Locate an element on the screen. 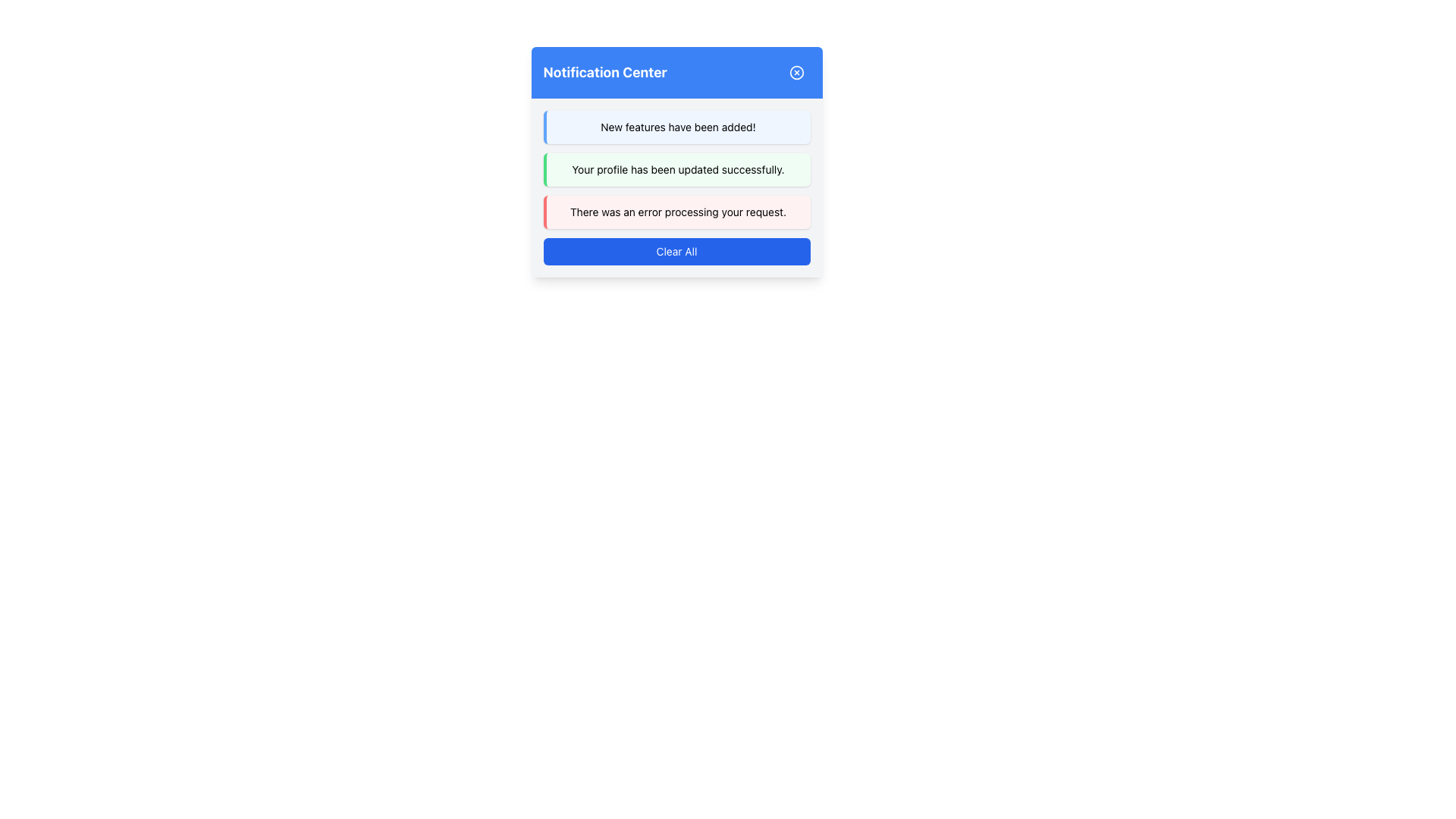 The width and height of the screenshot is (1456, 819). the clear notifications button located at the bottom of the notification panel is located at coordinates (676, 250).